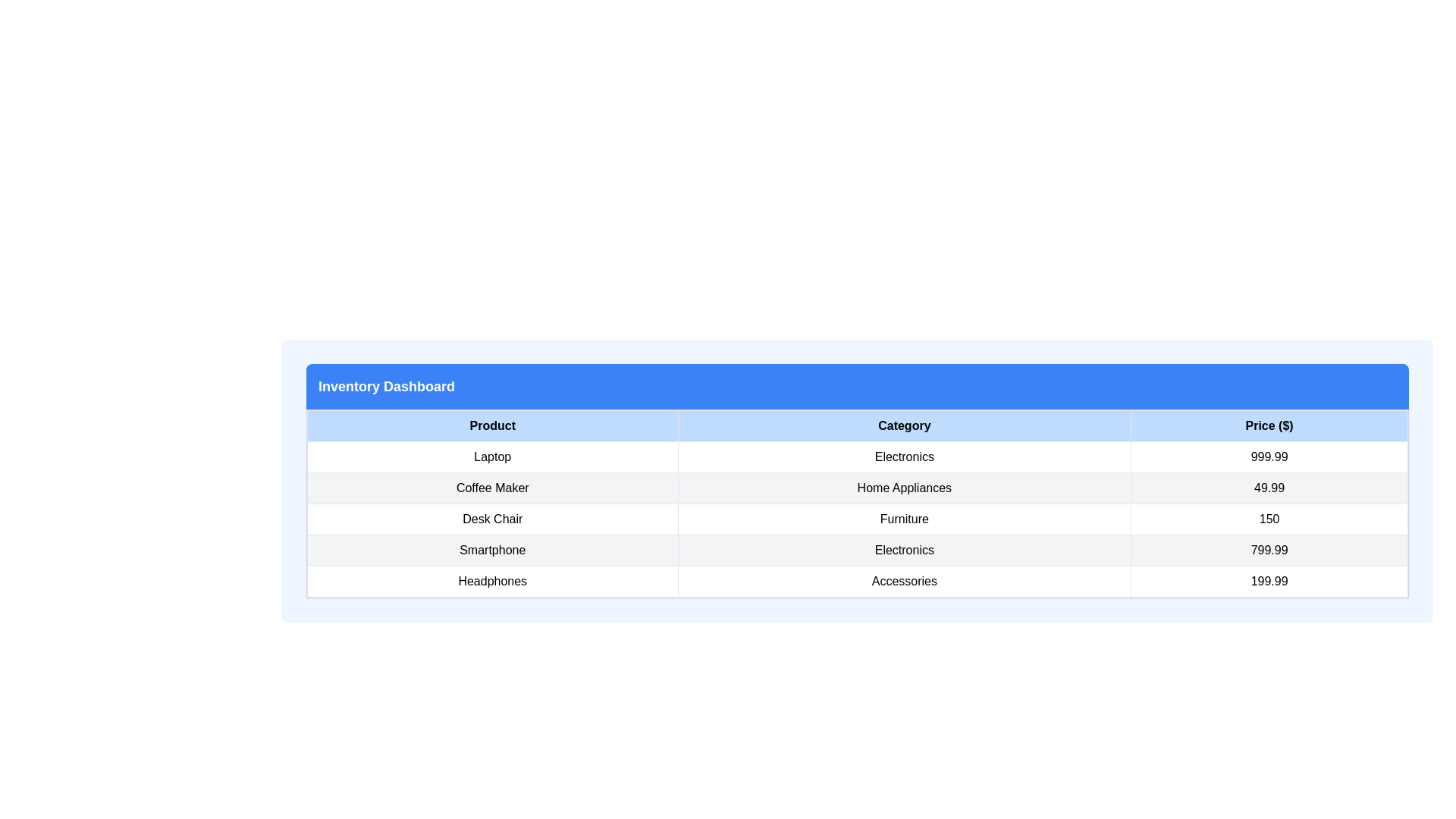 The height and width of the screenshot is (819, 1456). Describe the element at coordinates (858, 456) in the screenshot. I see `the first row of the table that displays product information for a 'Laptop' categorized under 'Electronics' with a price of '999.99'` at that location.